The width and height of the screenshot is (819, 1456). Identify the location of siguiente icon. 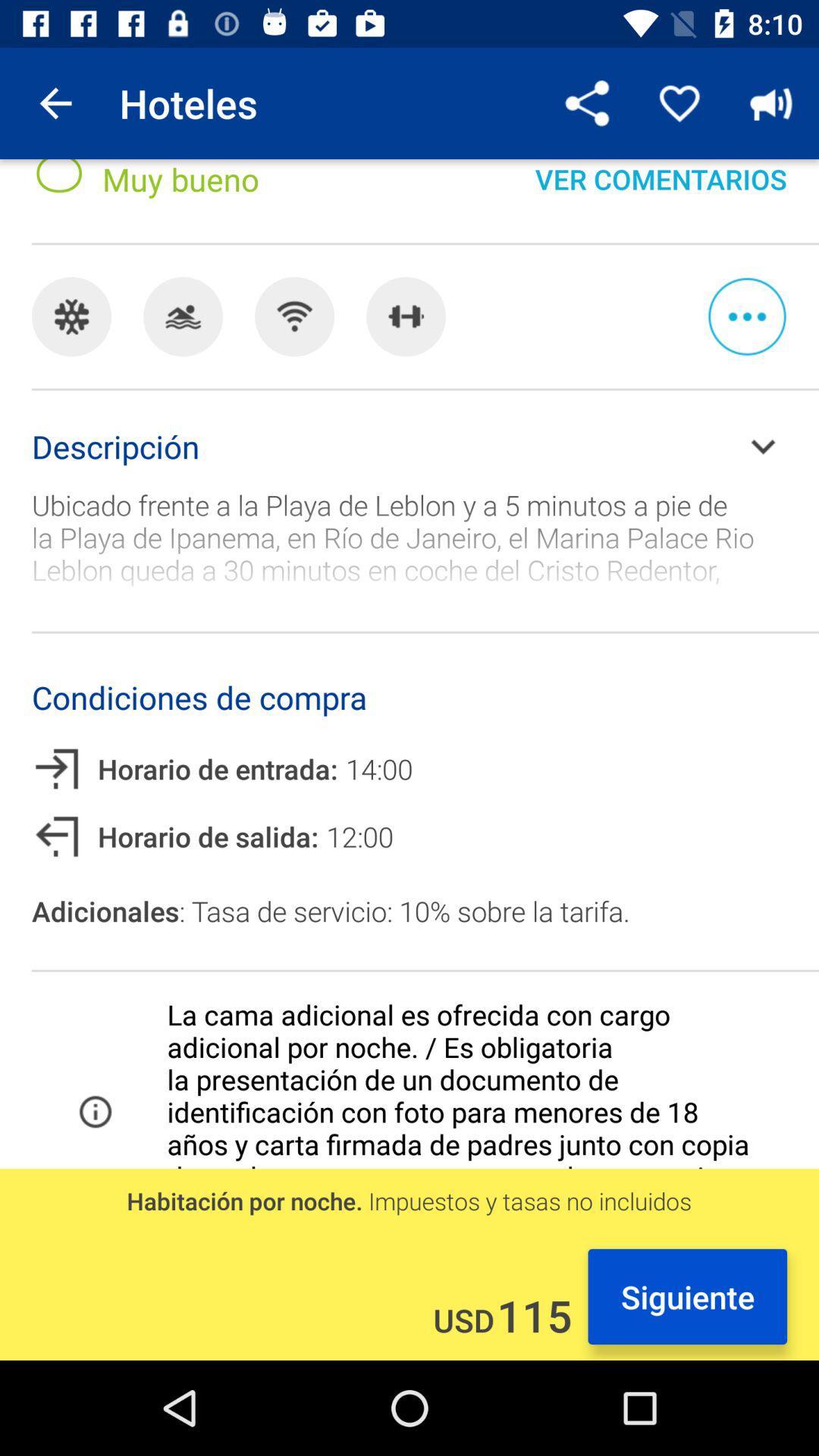
(687, 1295).